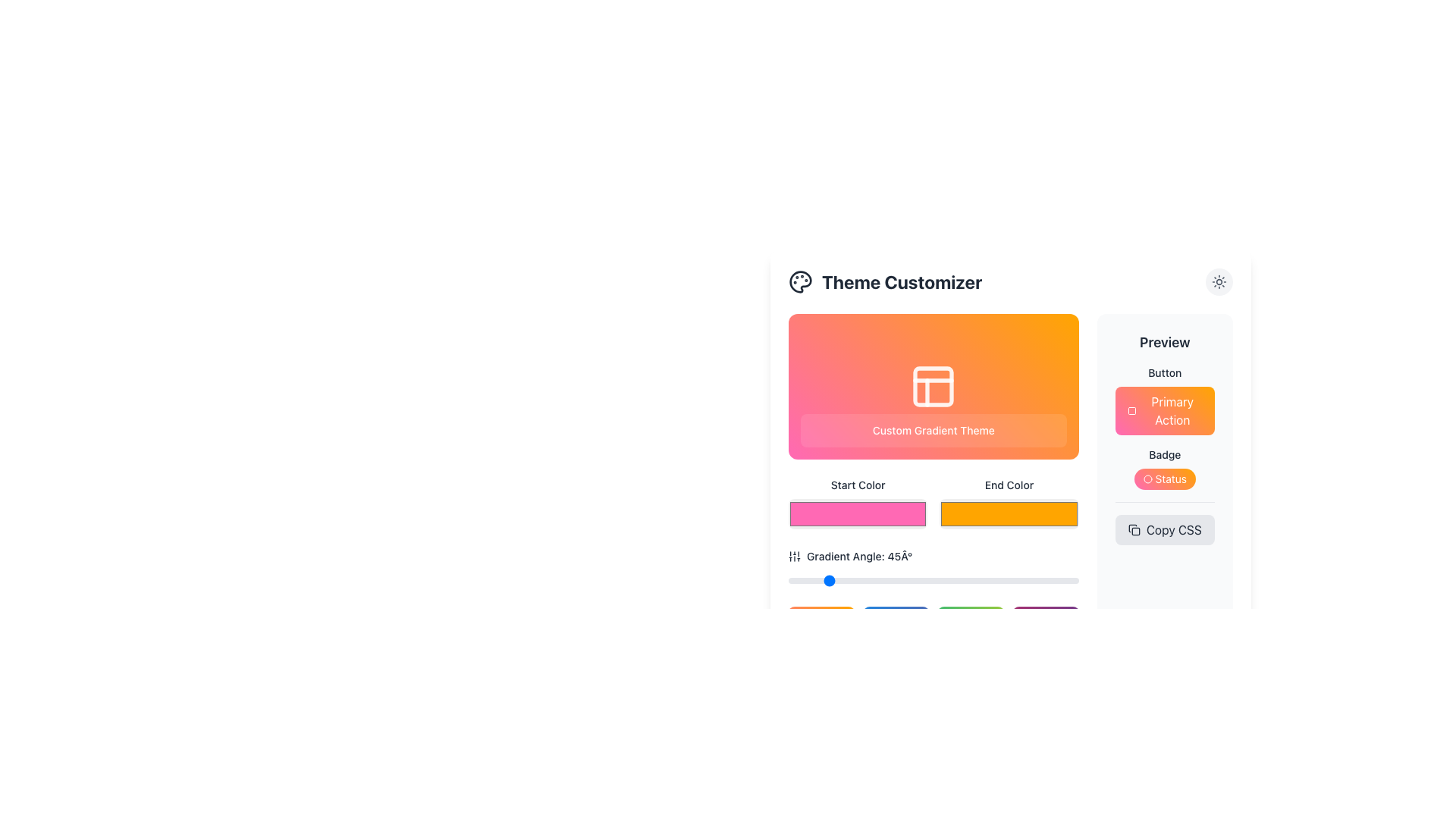 This screenshot has width=1456, height=819. What do you see at coordinates (933, 580) in the screenshot?
I see `the slider input for adjusting the gradient angle, which is located below the label 'Gradient Angle: 45°' and the corresponding icon` at bounding box center [933, 580].